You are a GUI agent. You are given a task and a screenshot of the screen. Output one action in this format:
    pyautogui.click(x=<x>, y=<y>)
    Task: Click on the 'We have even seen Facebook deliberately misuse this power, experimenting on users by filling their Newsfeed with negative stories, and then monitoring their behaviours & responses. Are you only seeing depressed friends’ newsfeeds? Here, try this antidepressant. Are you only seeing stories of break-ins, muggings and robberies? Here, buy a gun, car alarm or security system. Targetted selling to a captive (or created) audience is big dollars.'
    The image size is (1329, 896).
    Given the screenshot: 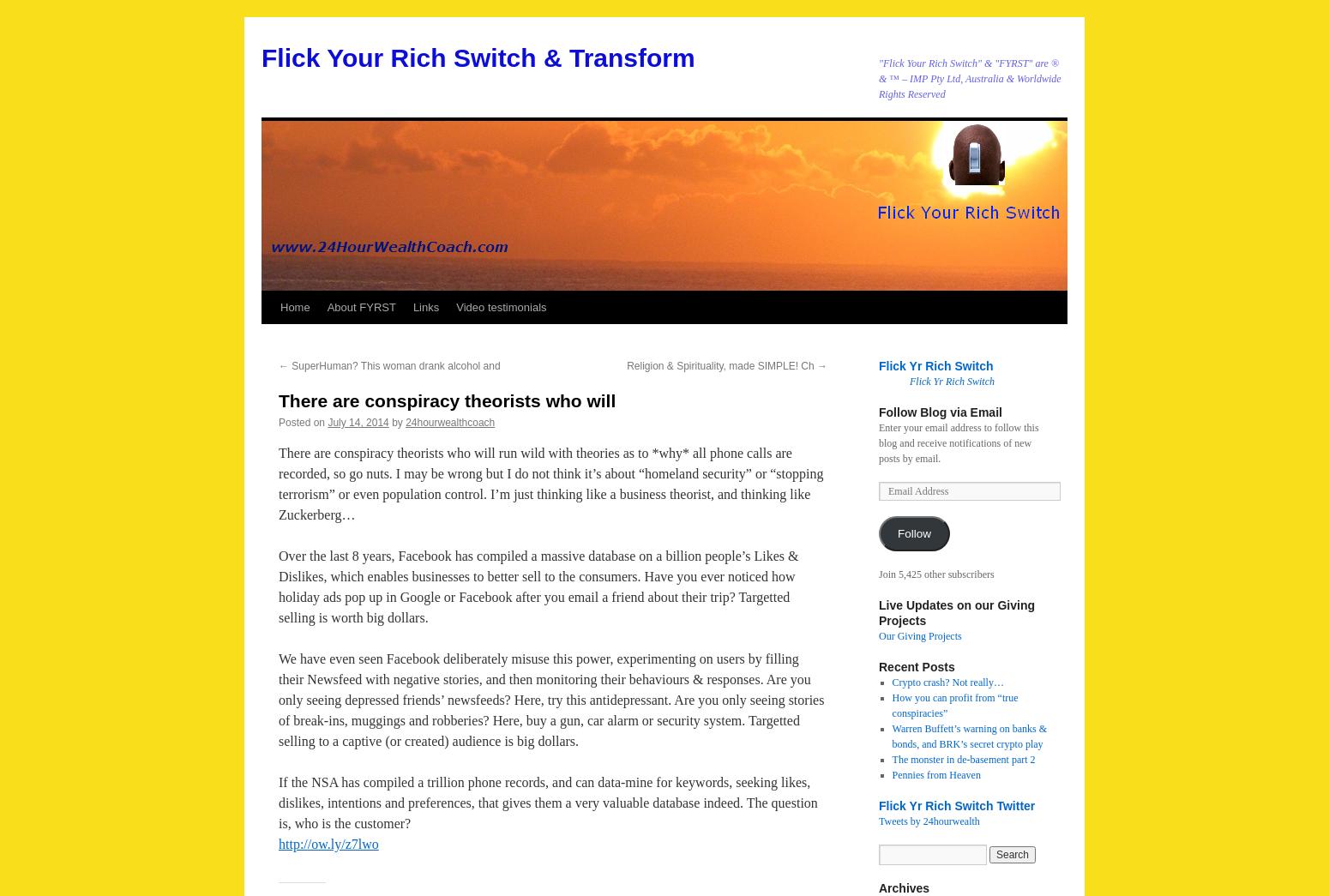 What is the action you would take?
    pyautogui.click(x=550, y=699)
    